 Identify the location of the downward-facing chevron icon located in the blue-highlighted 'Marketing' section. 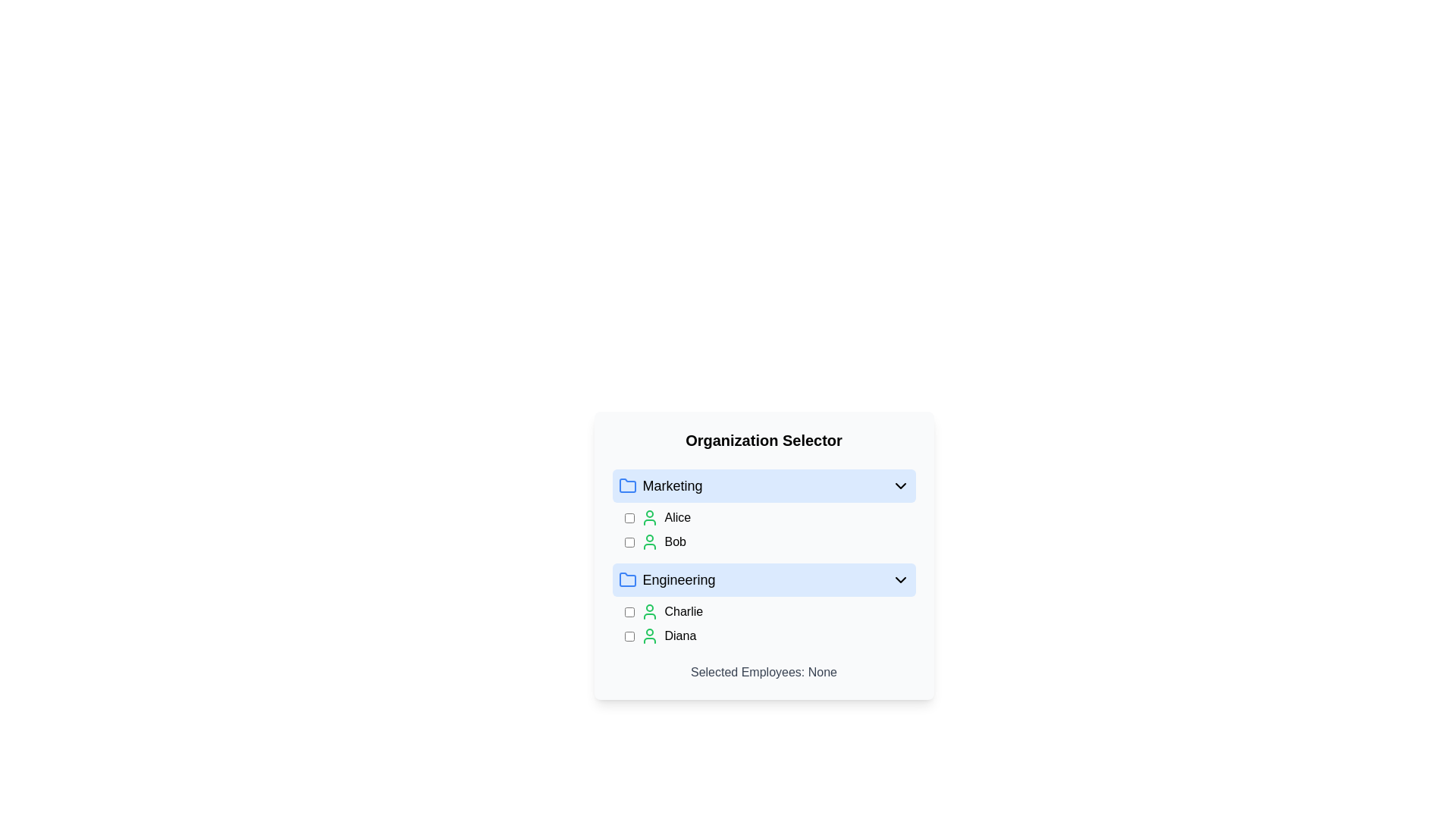
(900, 485).